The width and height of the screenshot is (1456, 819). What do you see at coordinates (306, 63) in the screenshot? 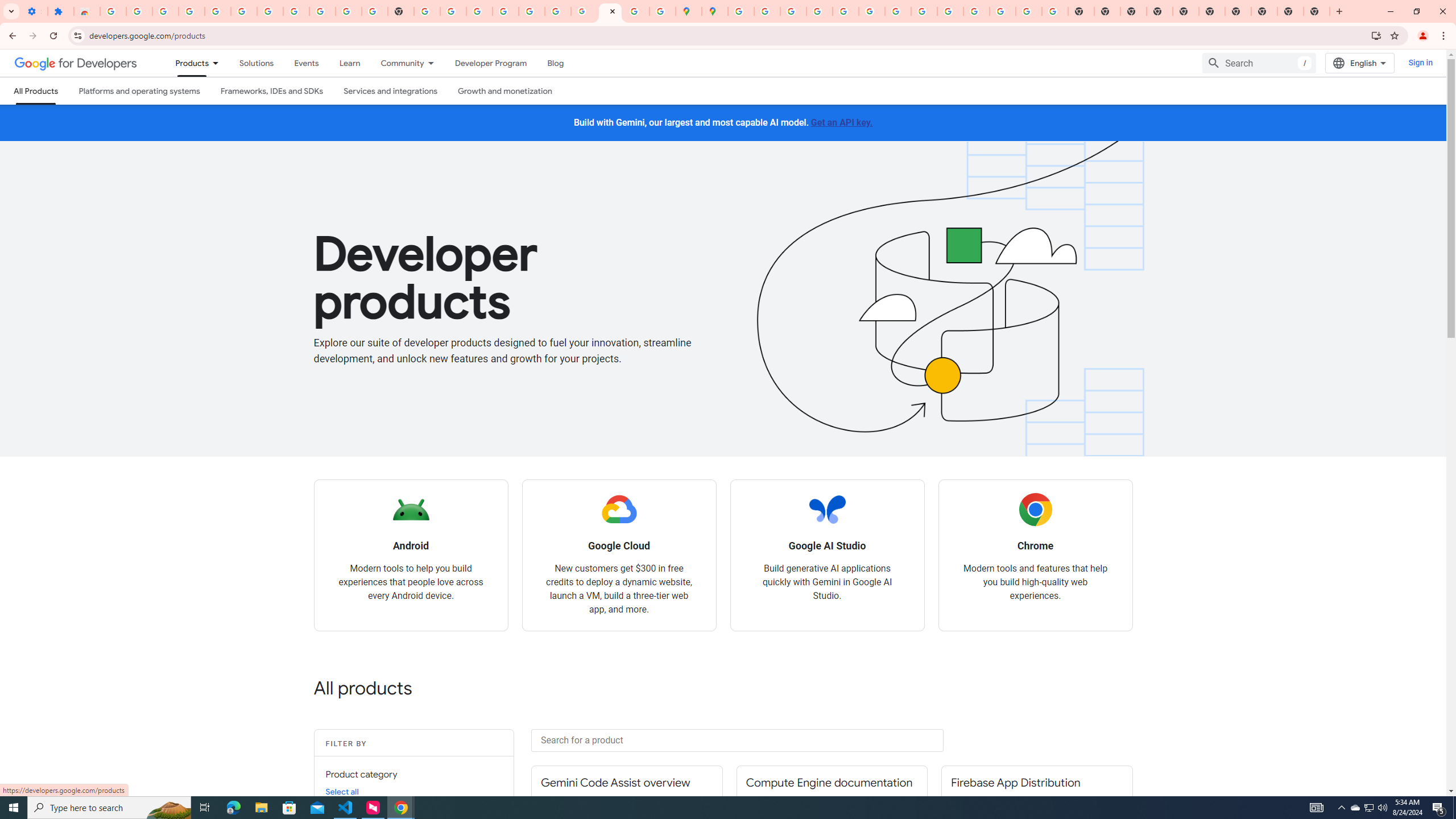
I see `'Events'` at bounding box center [306, 63].